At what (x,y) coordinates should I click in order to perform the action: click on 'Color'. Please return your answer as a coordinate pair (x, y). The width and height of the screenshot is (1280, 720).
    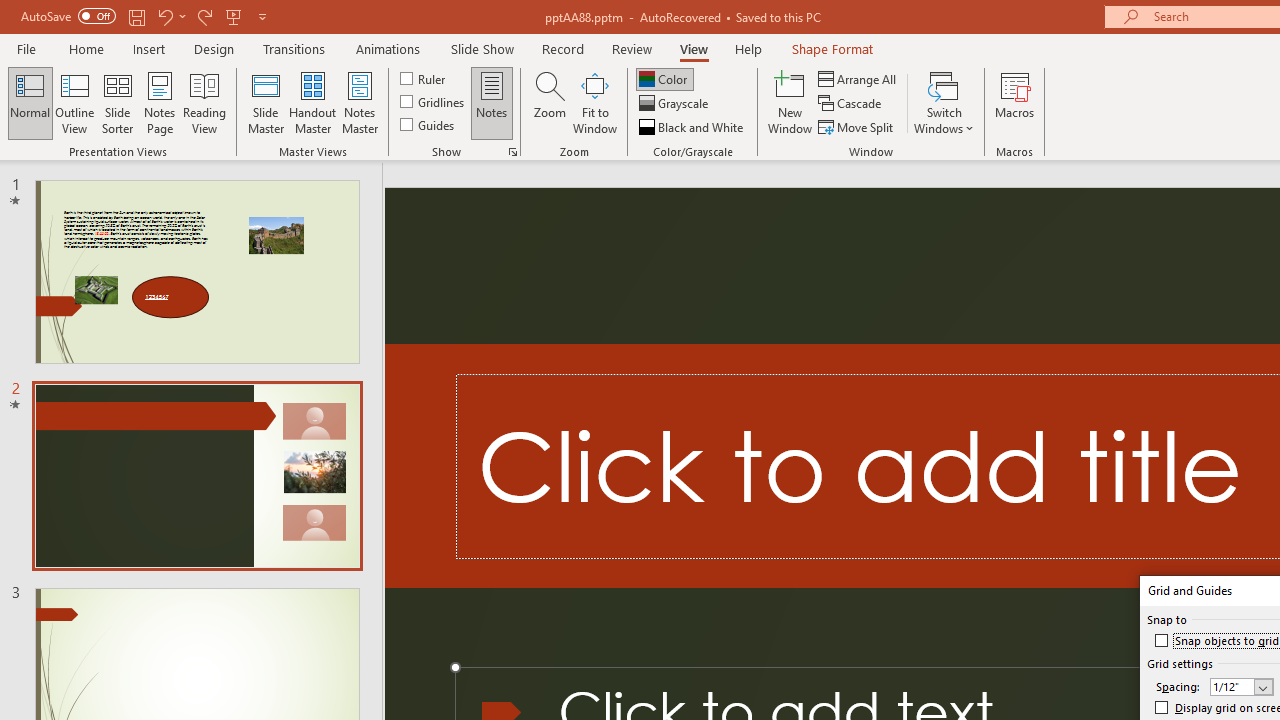
    Looking at the image, I should click on (664, 78).